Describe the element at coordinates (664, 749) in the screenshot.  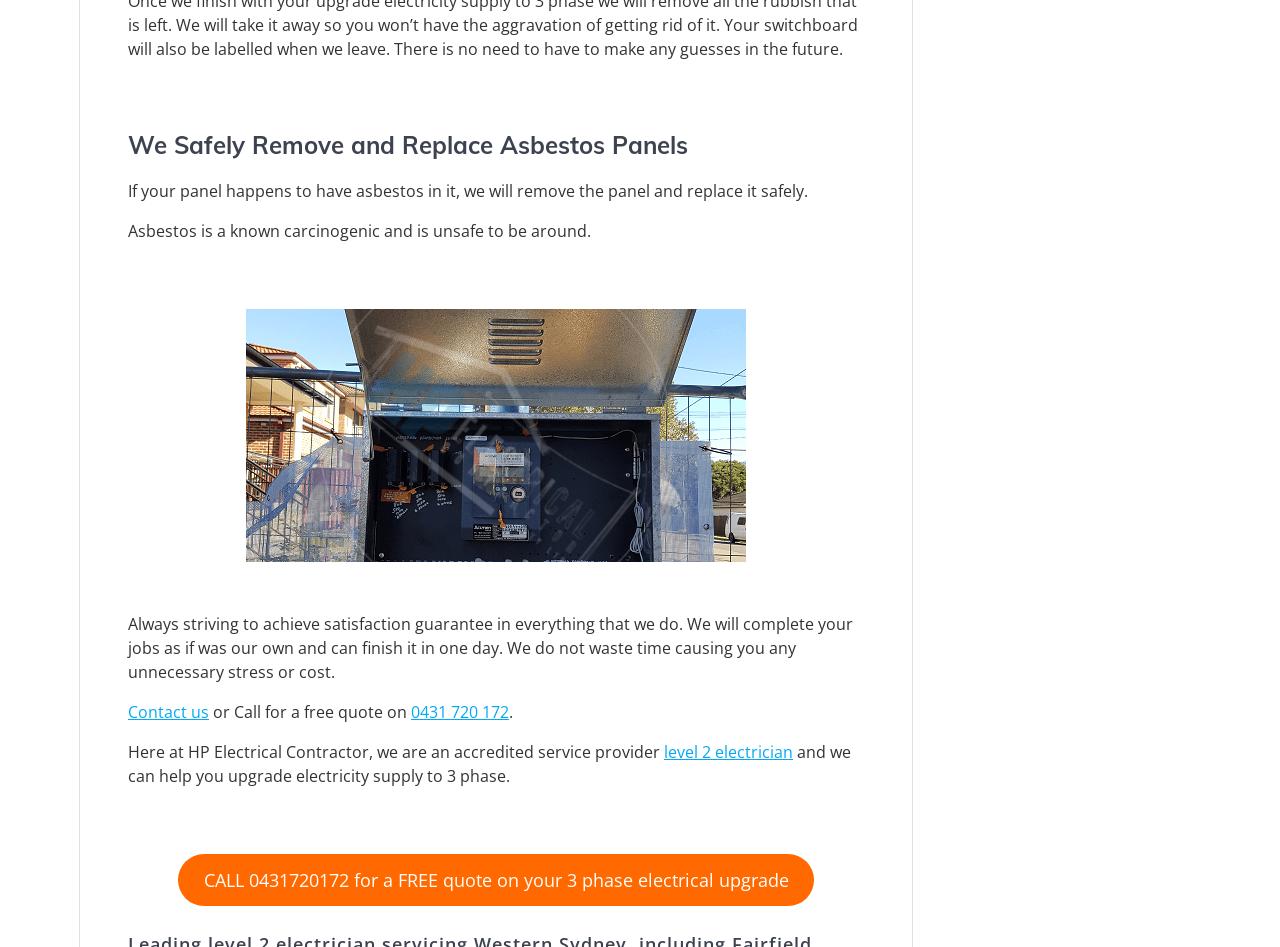
I see `'level 2 electrician'` at that location.